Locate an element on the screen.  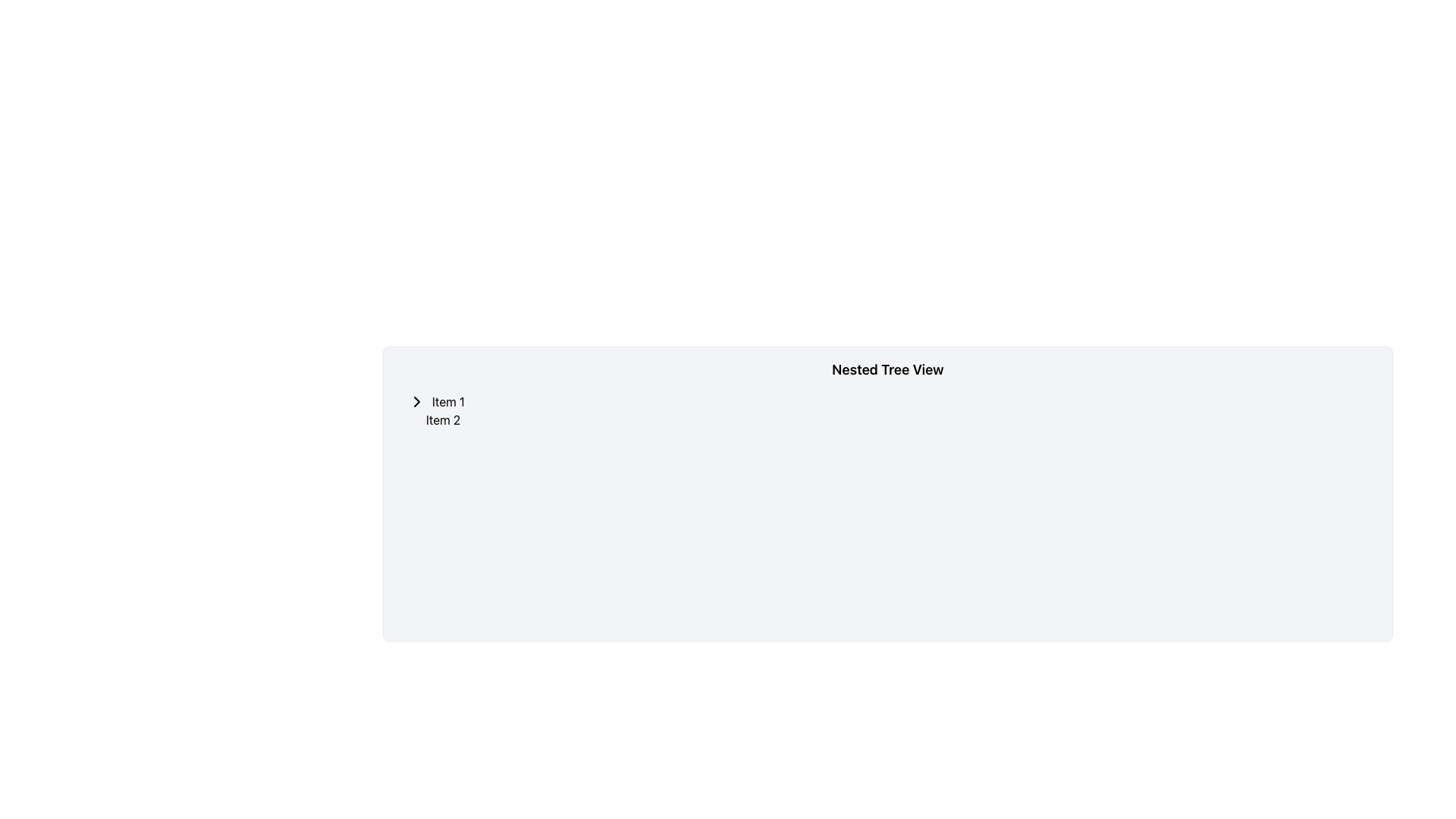
the Icon (Chevron Arrow) that toggles the nested list for 'Item 1' for keyboard interaction is located at coordinates (417, 400).